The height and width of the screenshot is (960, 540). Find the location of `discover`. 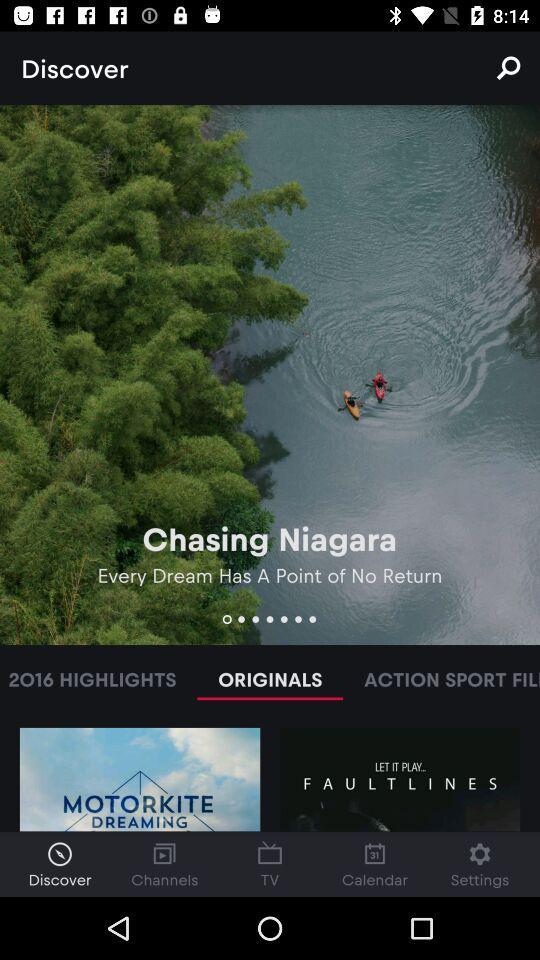

discover is located at coordinates (60, 863).